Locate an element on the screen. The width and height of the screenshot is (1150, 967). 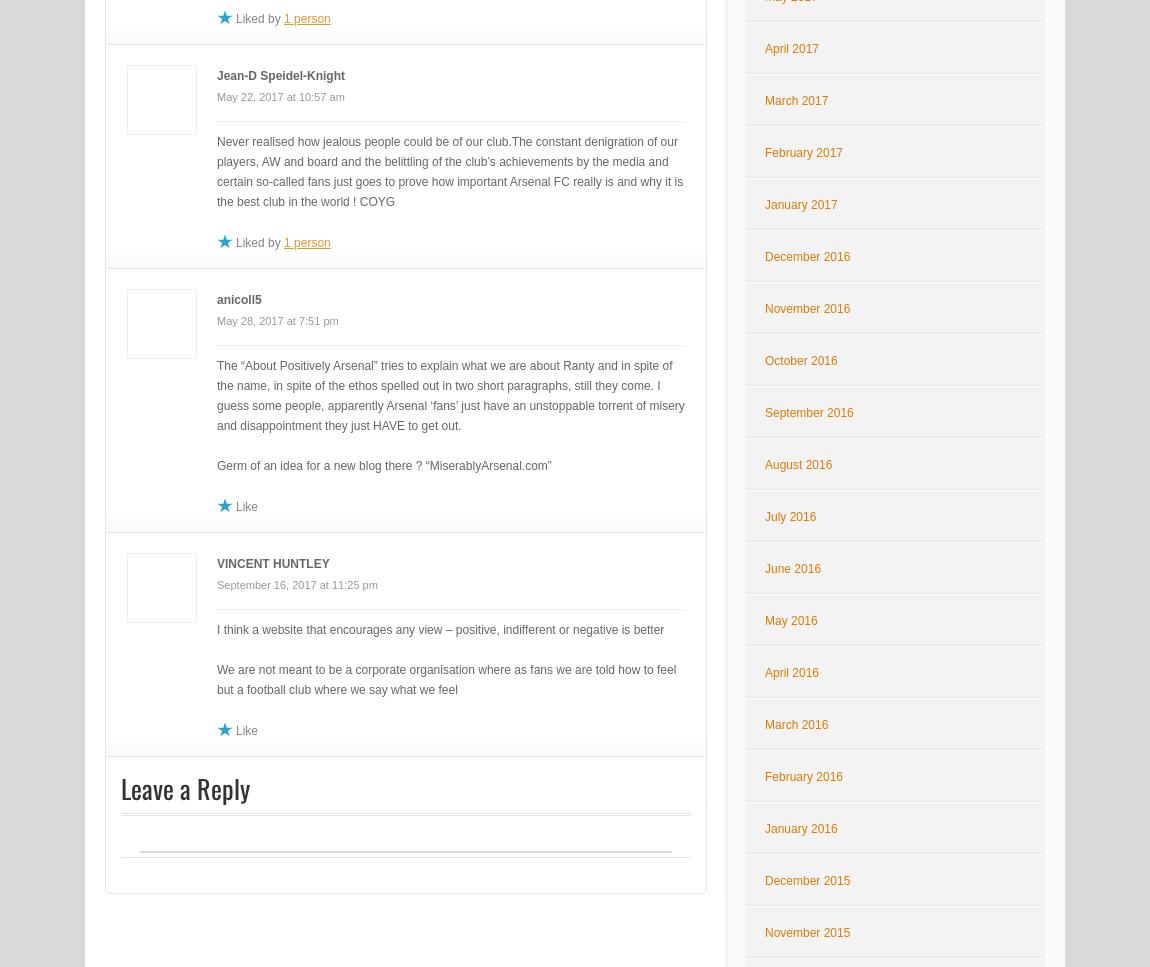
'April 2016' is located at coordinates (791, 673).